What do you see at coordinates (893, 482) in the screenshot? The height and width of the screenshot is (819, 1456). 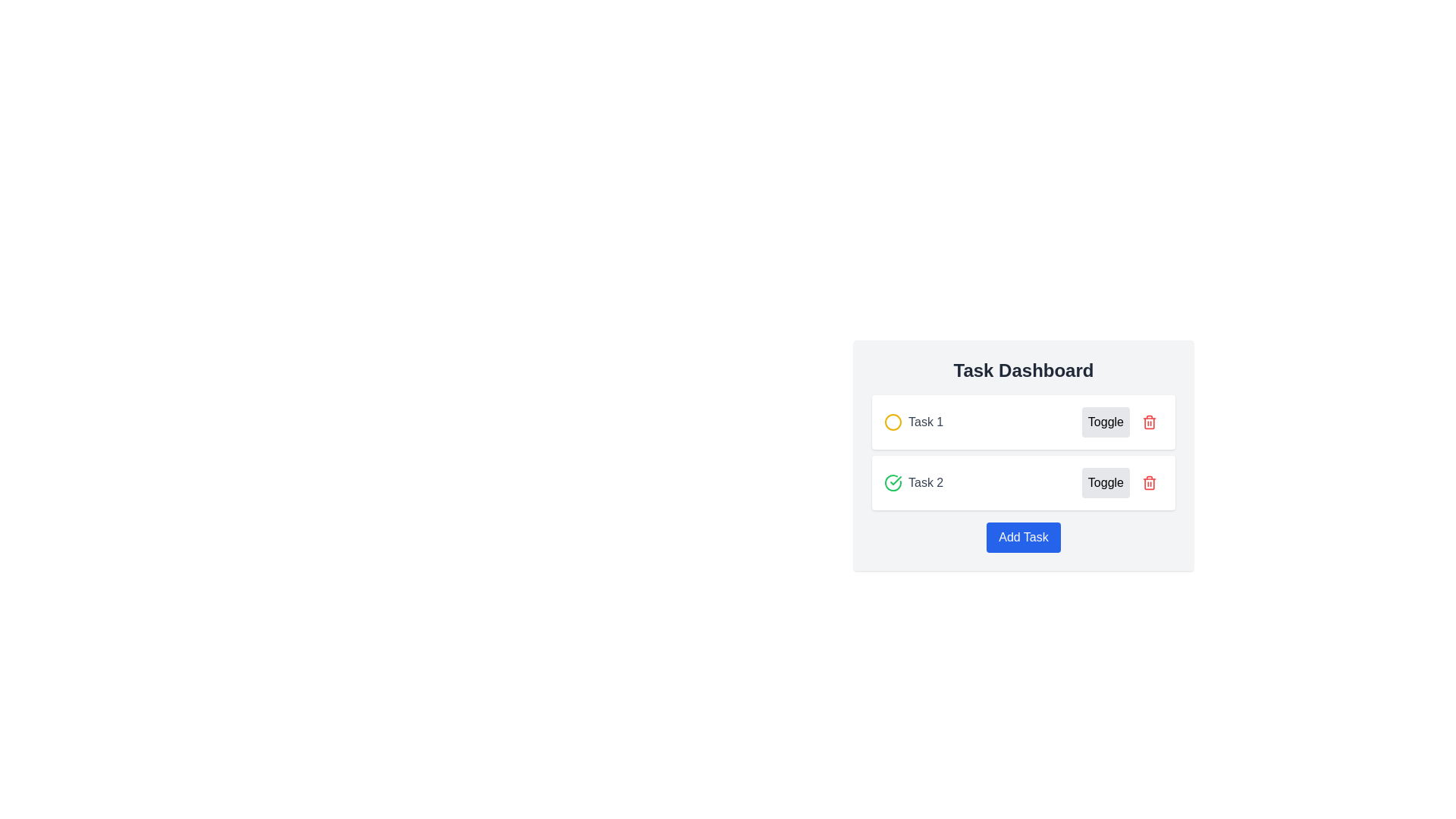 I see `the vector graphic component that visually represents the successful completion of 'Task 2' in the task list, located adjacent to the task labeled 'Task 2'` at bounding box center [893, 482].